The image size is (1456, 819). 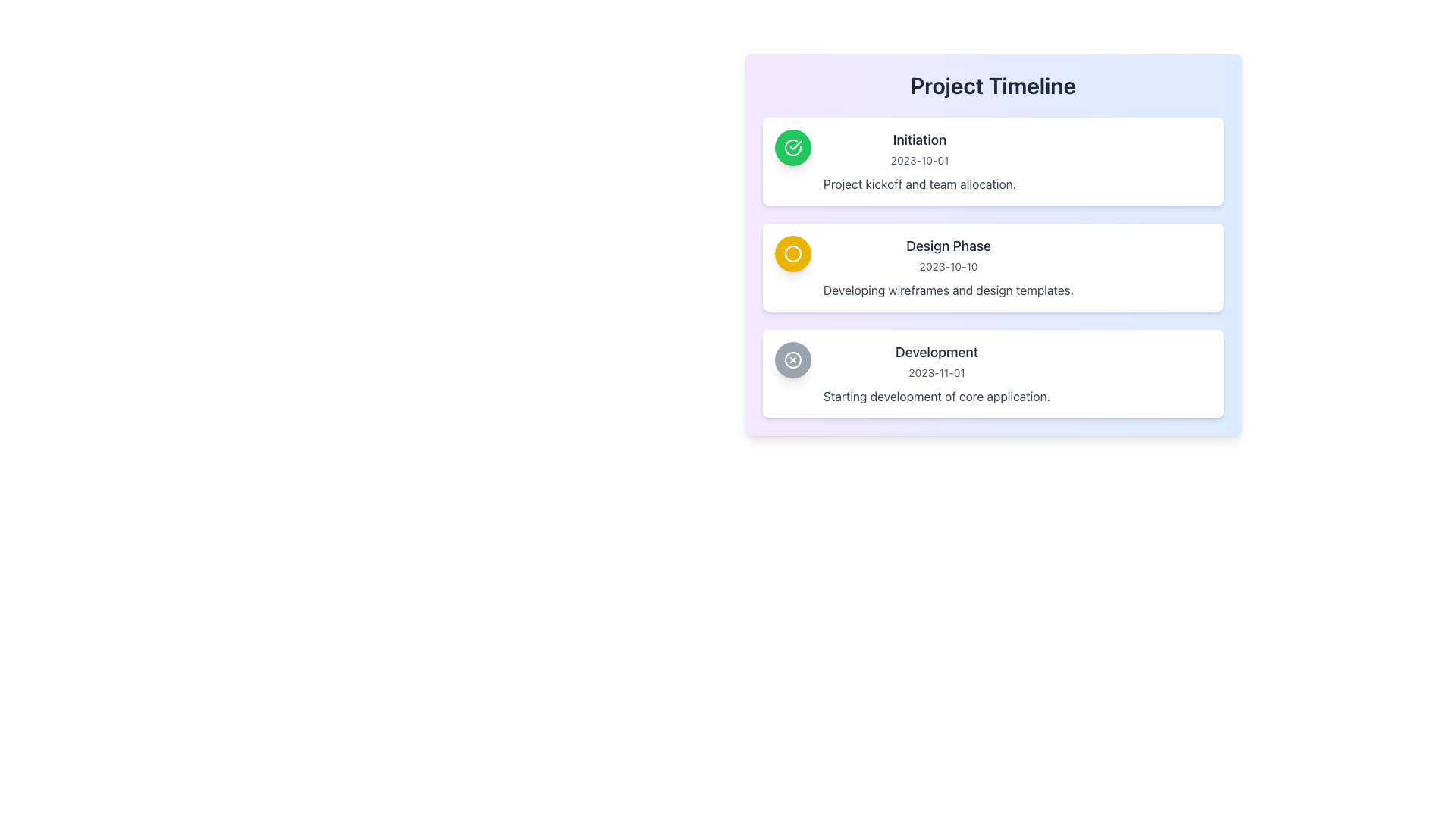 What do you see at coordinates (993, 161) in the screenshot?
I see `the Information card in the 'Project Timeline' section to trigger the tooltip or highlight effect` at bounding box center [993, 161].